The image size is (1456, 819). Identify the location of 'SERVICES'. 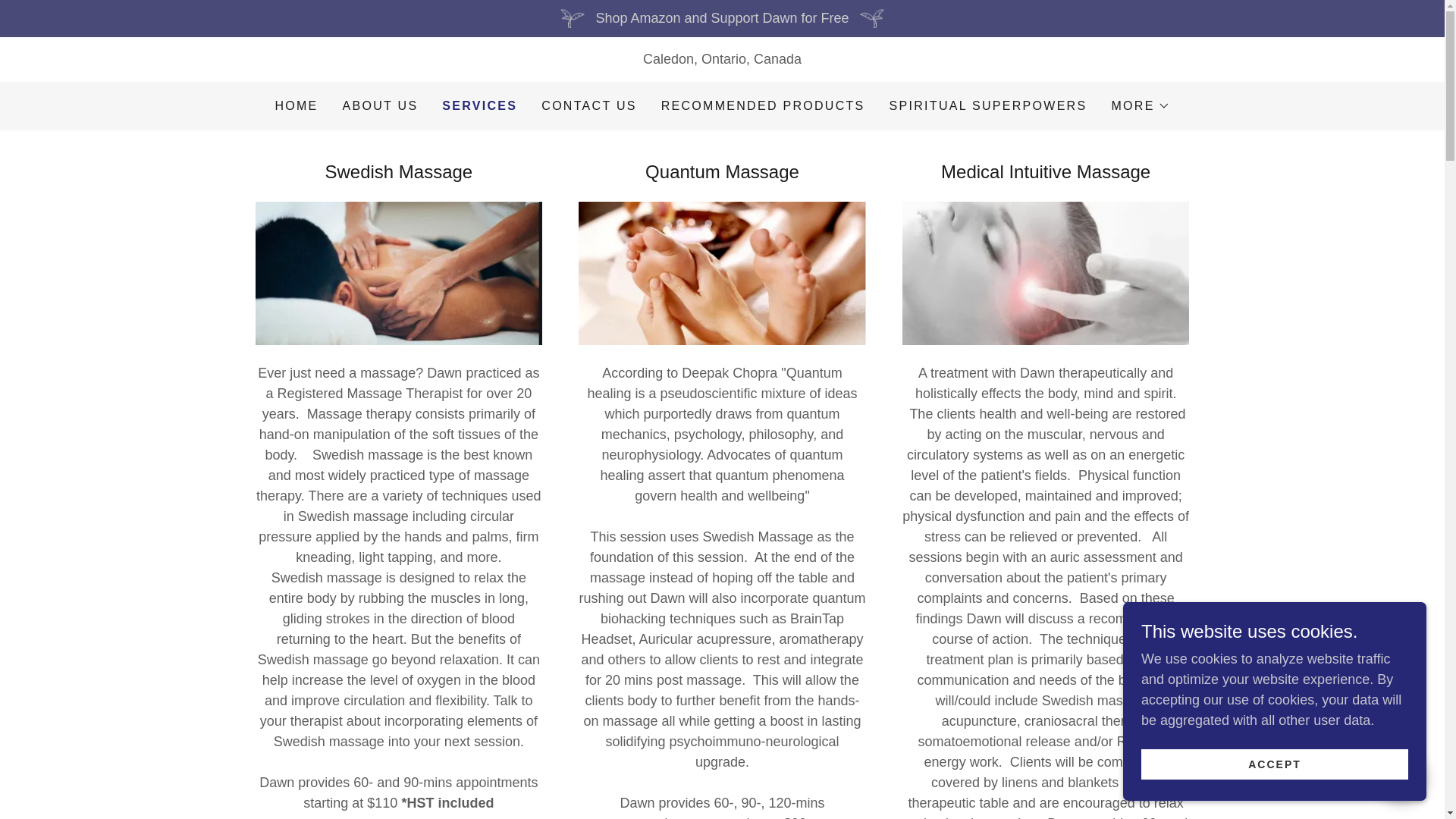
(479, 105).